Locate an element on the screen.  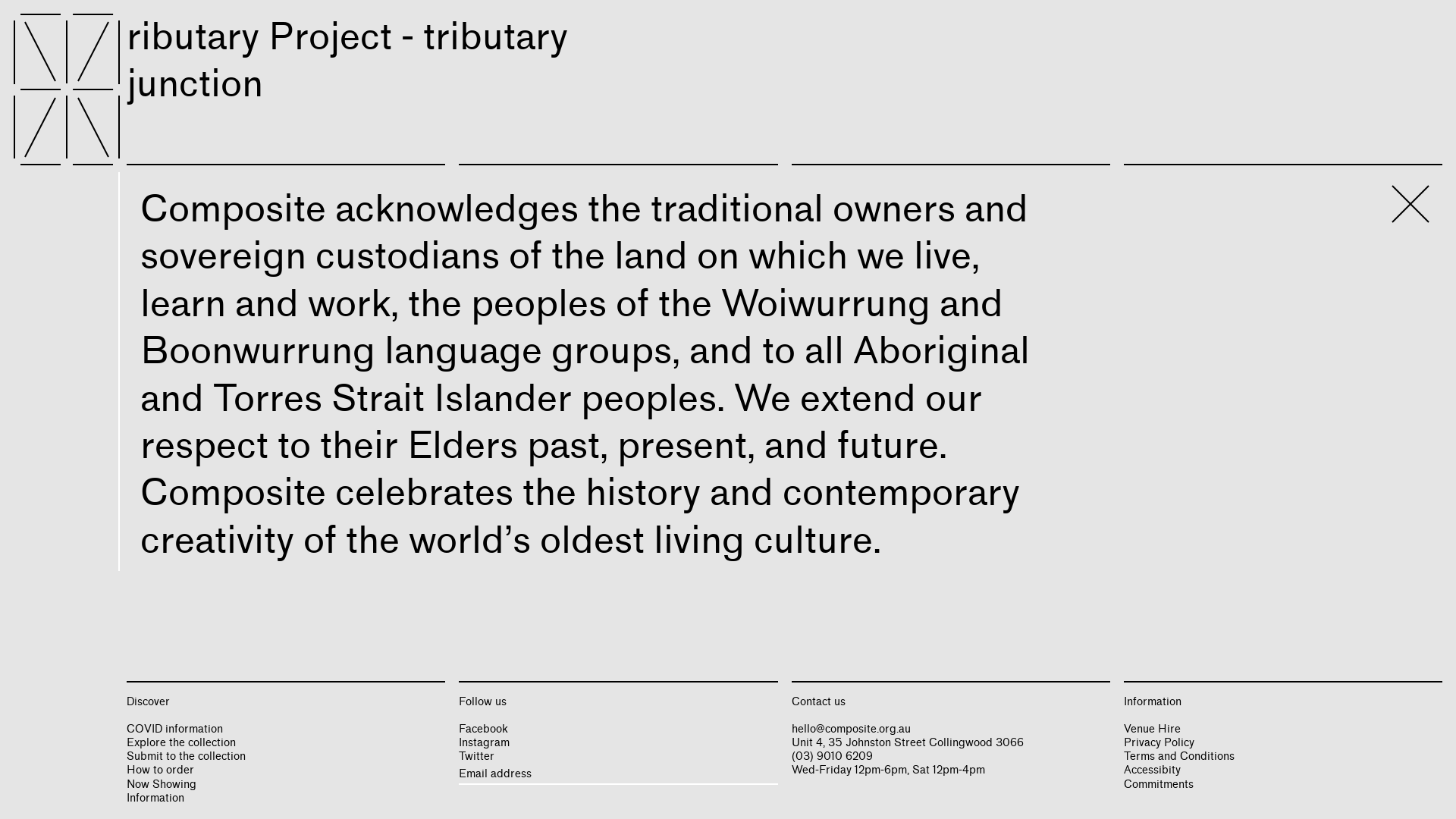
'Facebook' is located at coordinates (482, 728).